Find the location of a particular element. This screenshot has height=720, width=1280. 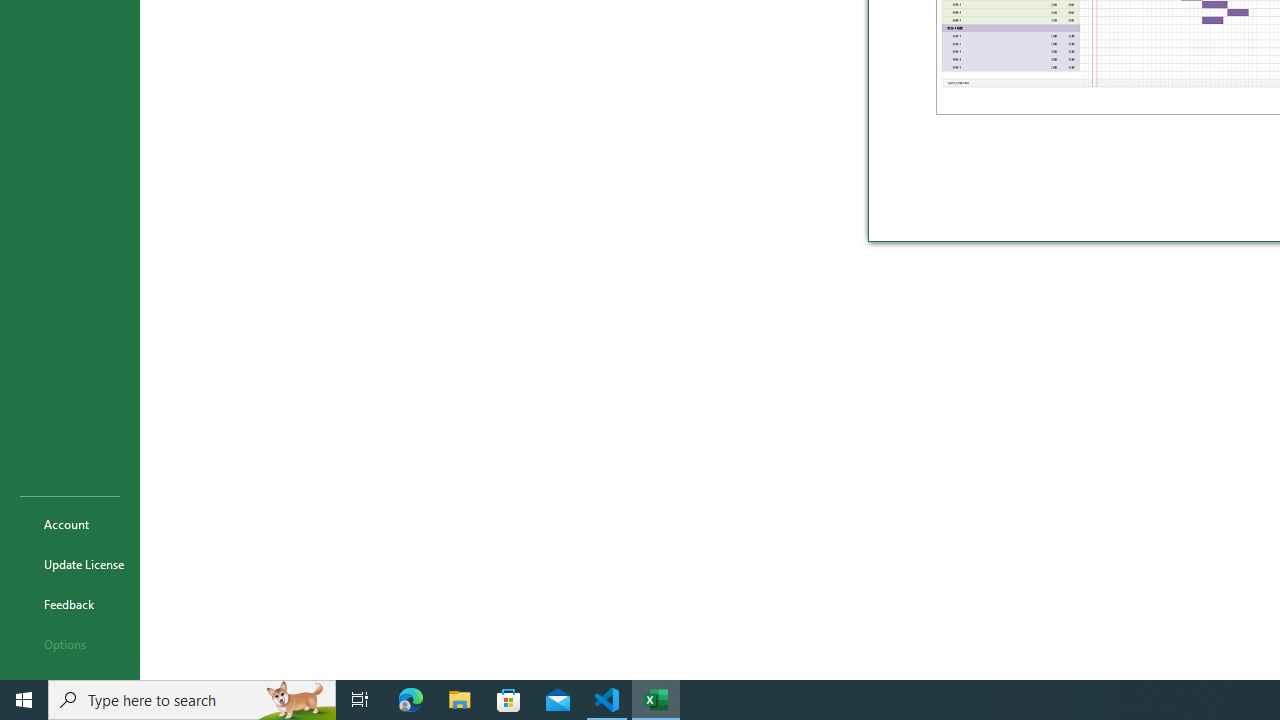

'Excel - 1 running window' is located at coordinates (656, 698).